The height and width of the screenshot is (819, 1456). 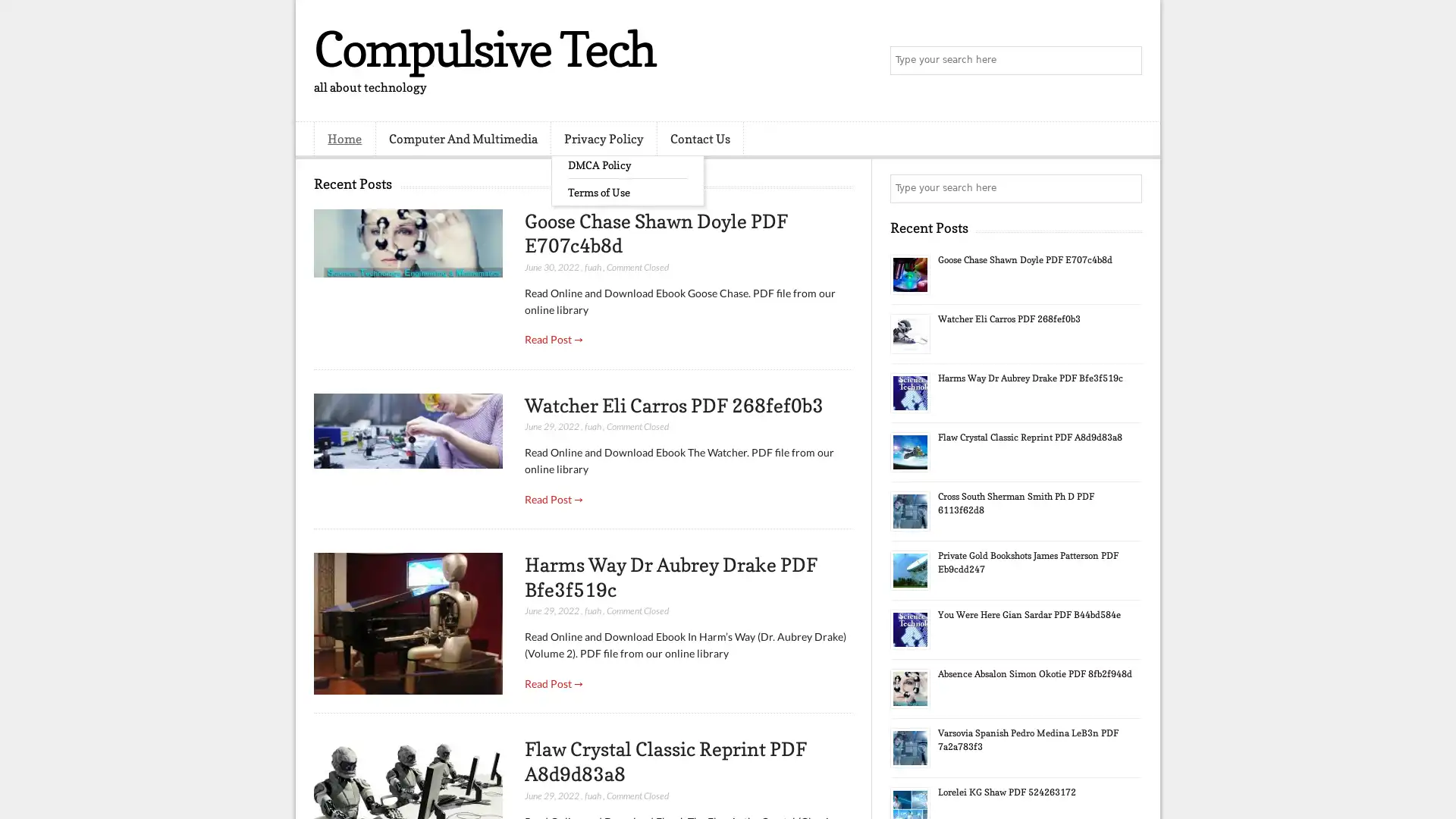 What do you see at coordinates (1126, 61) in the screenshot?
I see `Search` at bounding box center [1126, 61].